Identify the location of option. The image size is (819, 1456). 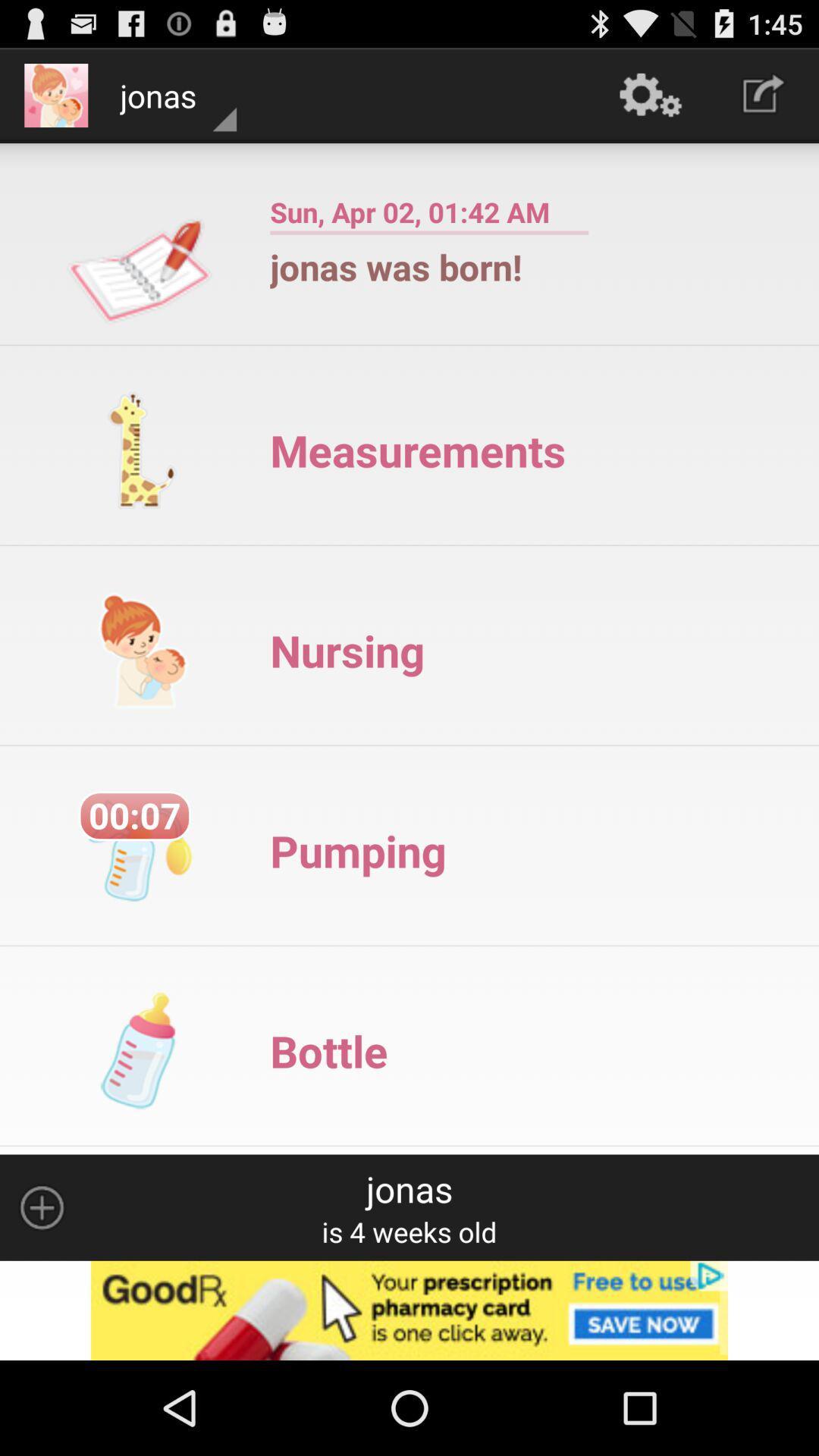
(409, 1310).